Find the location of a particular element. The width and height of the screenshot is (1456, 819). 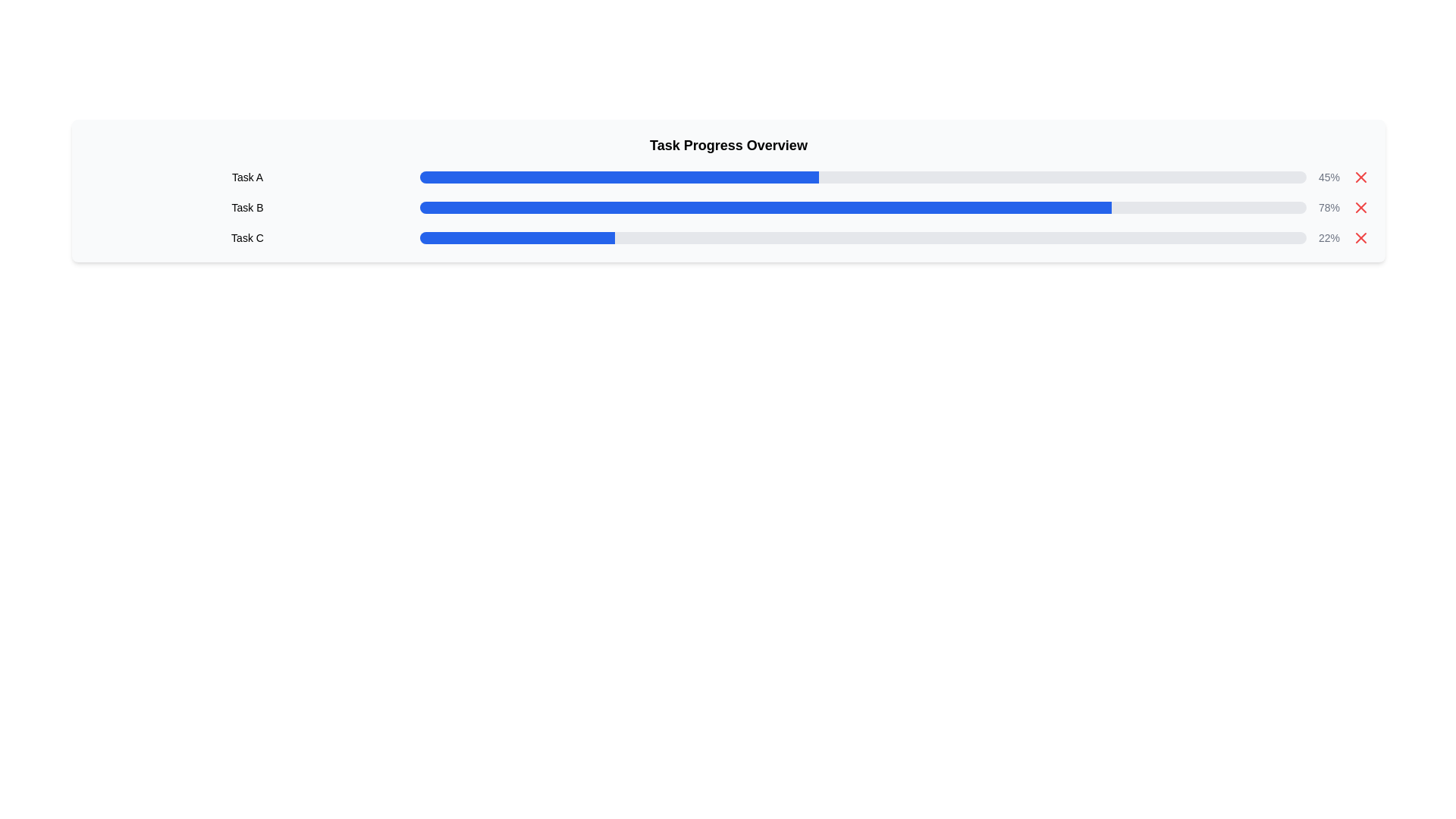

the small red 'X' icon is located at coordinates (1361, 177).